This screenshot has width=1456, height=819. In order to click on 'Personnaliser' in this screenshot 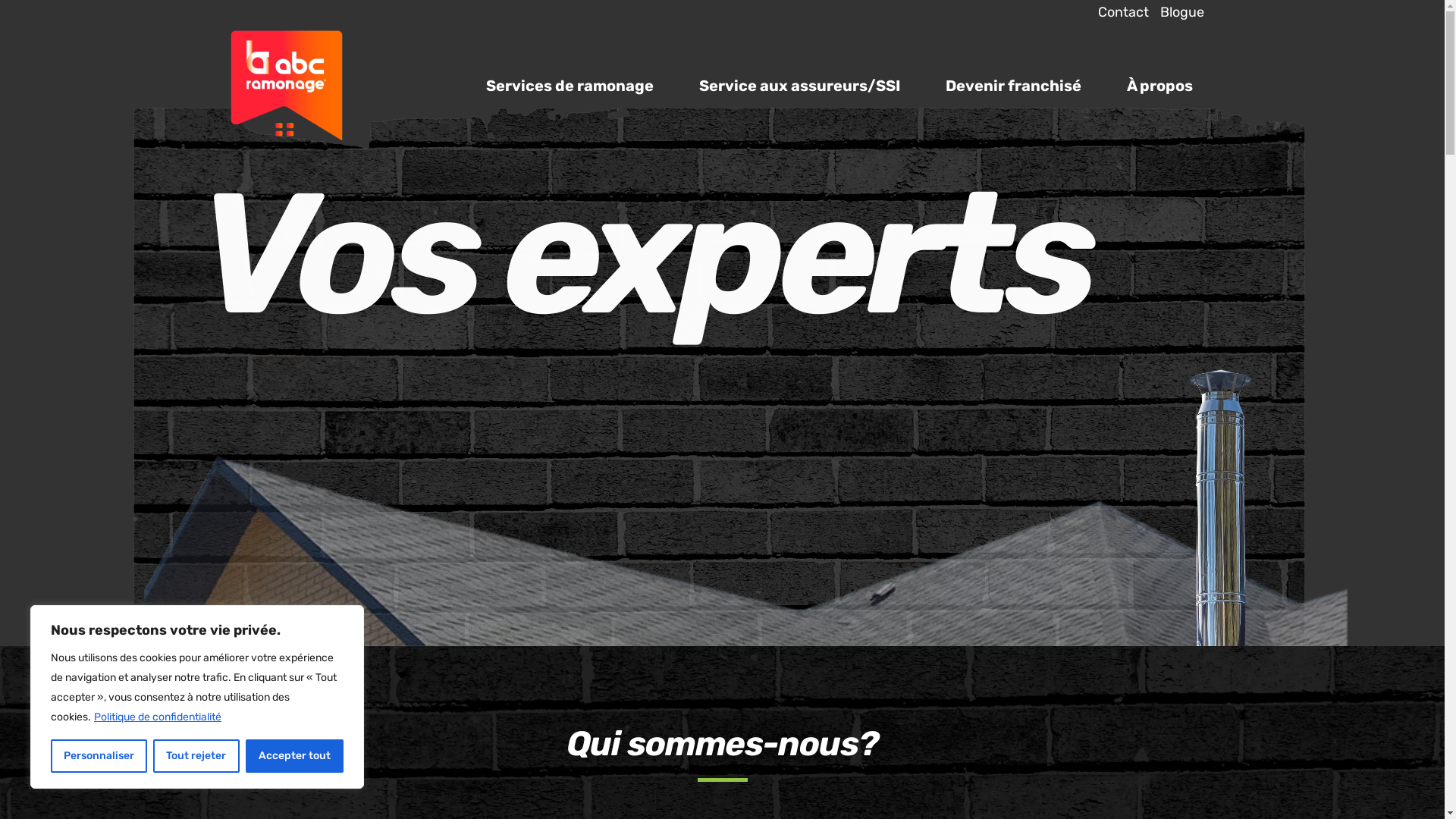, I will do `click(98, 755)`.